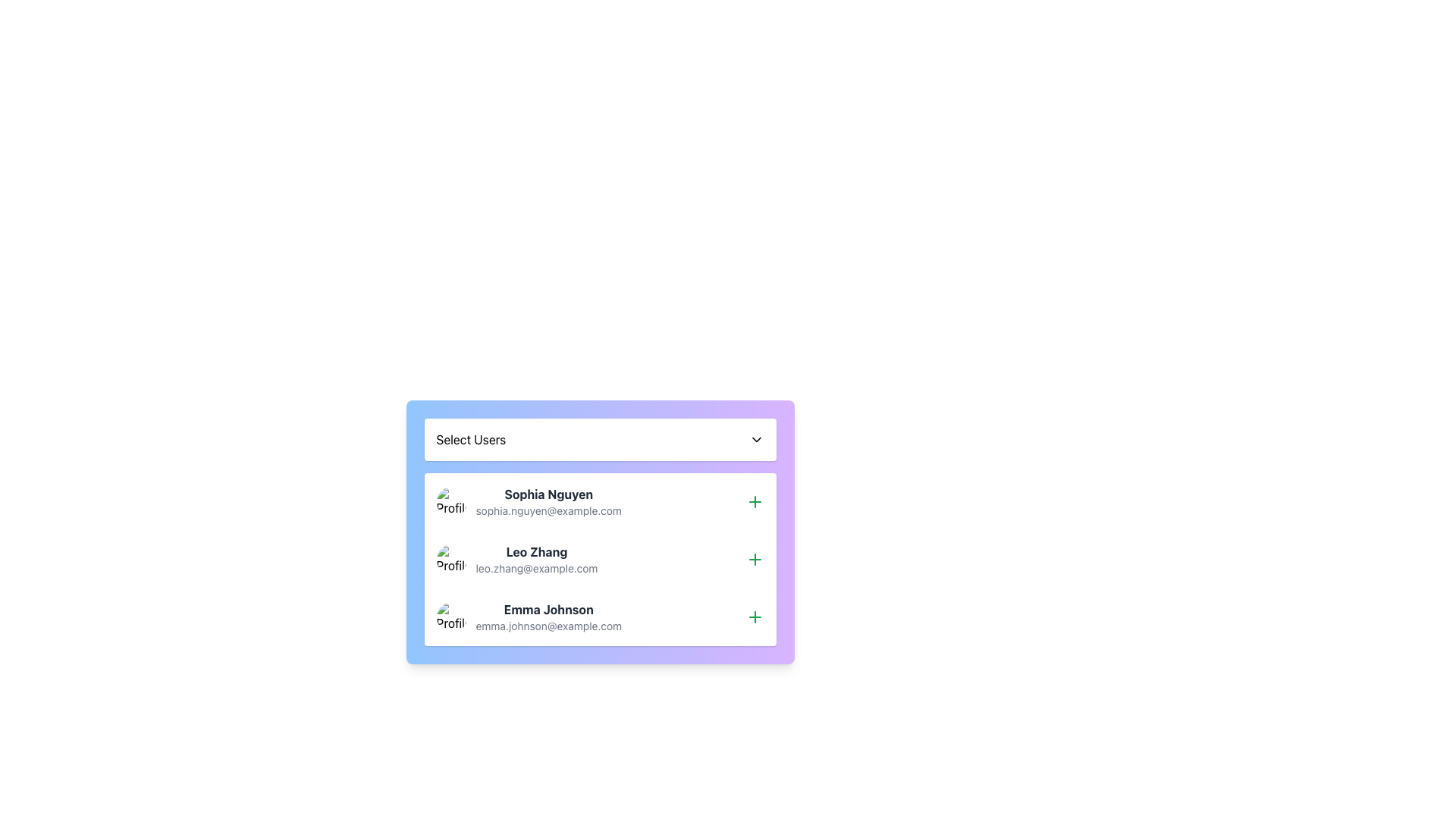  What do you see at coordinates (755, 502) in the screenshot?
I see `the 'Add' button located in the top-right corner of the card for user 'Sophia Nguyen'` at bounding box center [755, 502].